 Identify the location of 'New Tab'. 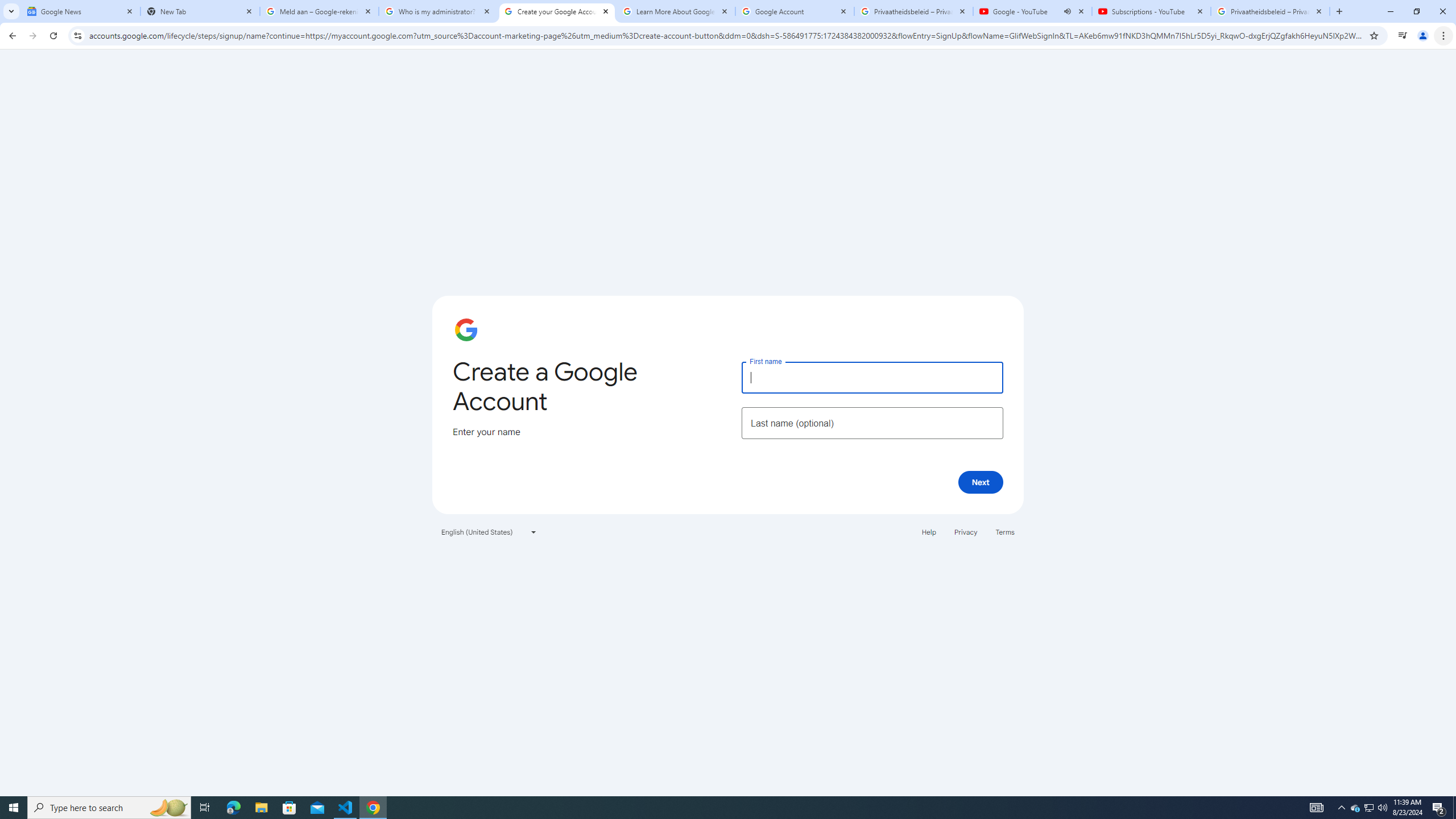
(200, 11).